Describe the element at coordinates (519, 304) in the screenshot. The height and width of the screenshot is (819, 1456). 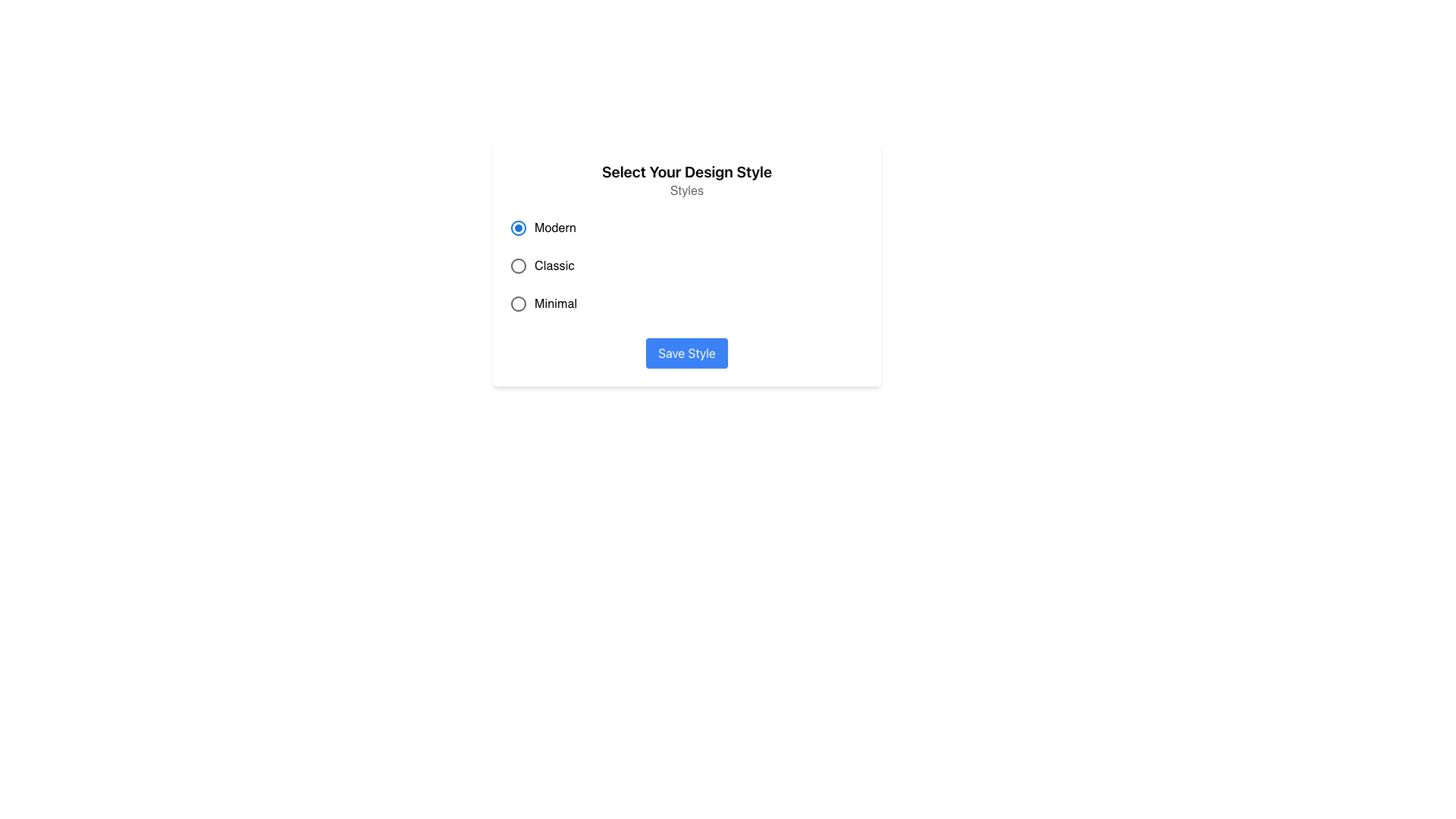
I see `the circular radio button indicator located next to the 'Minimal' label` at that location.